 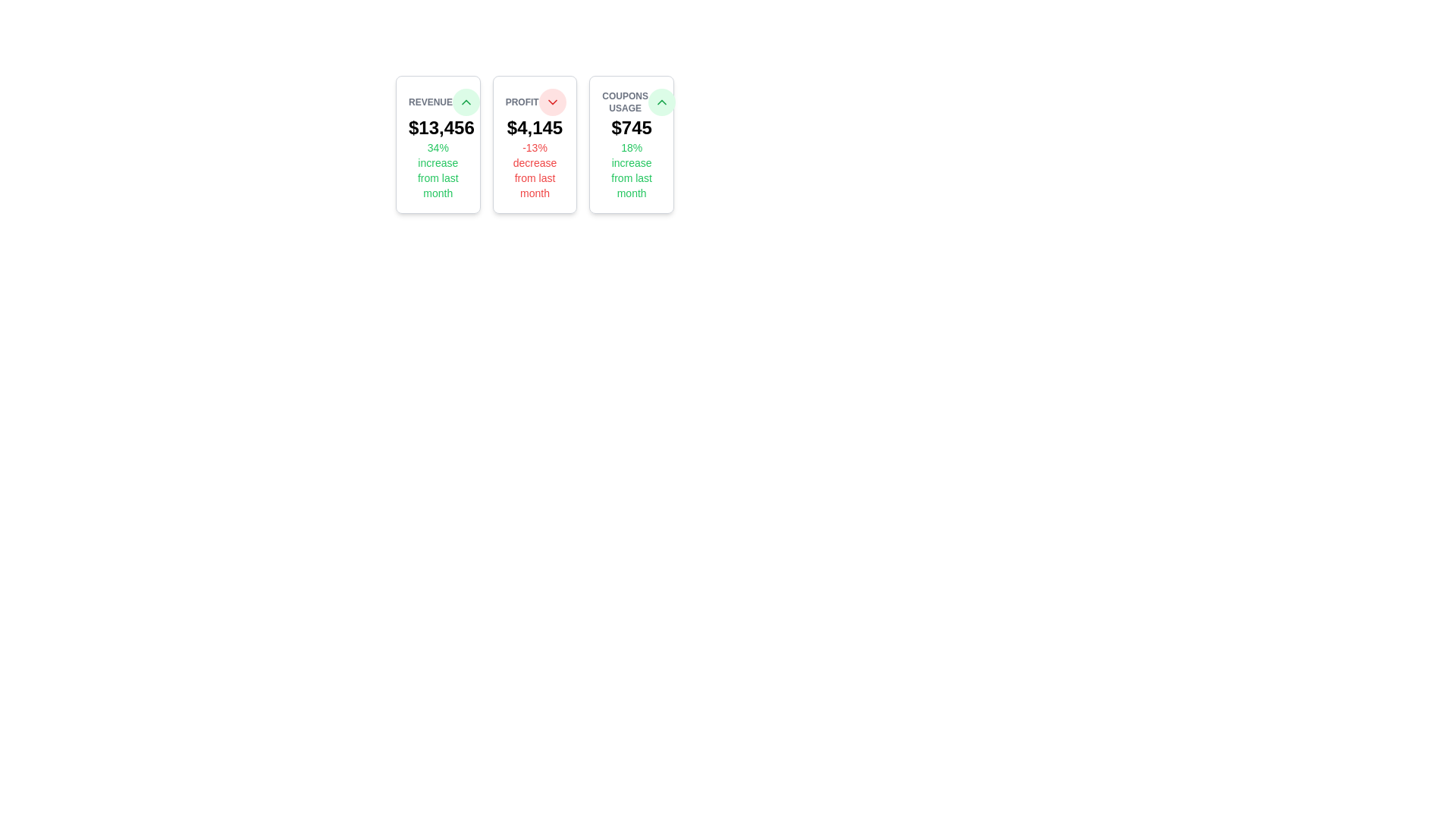 What do you see at coordinates (662, 102) in the screenshot?
I see `the upward trend Icon button located in the top-right corner of the 'Coupons Usage' card header, right next to the text 'Coupons Usage'` at bounding box center [662, 102].